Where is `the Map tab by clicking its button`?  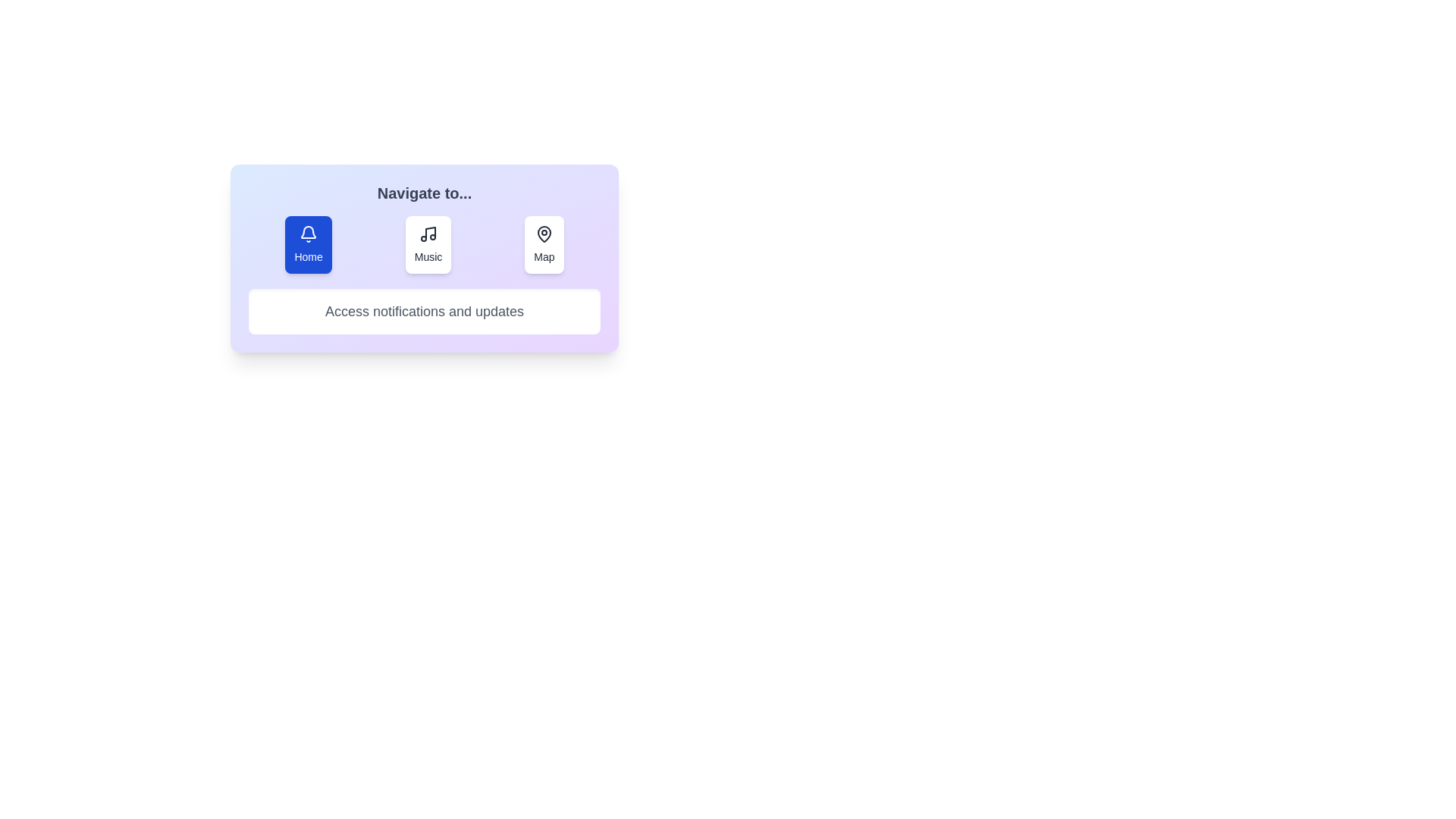
the Map tab by clicking its button is located at coordinates (543, 244).